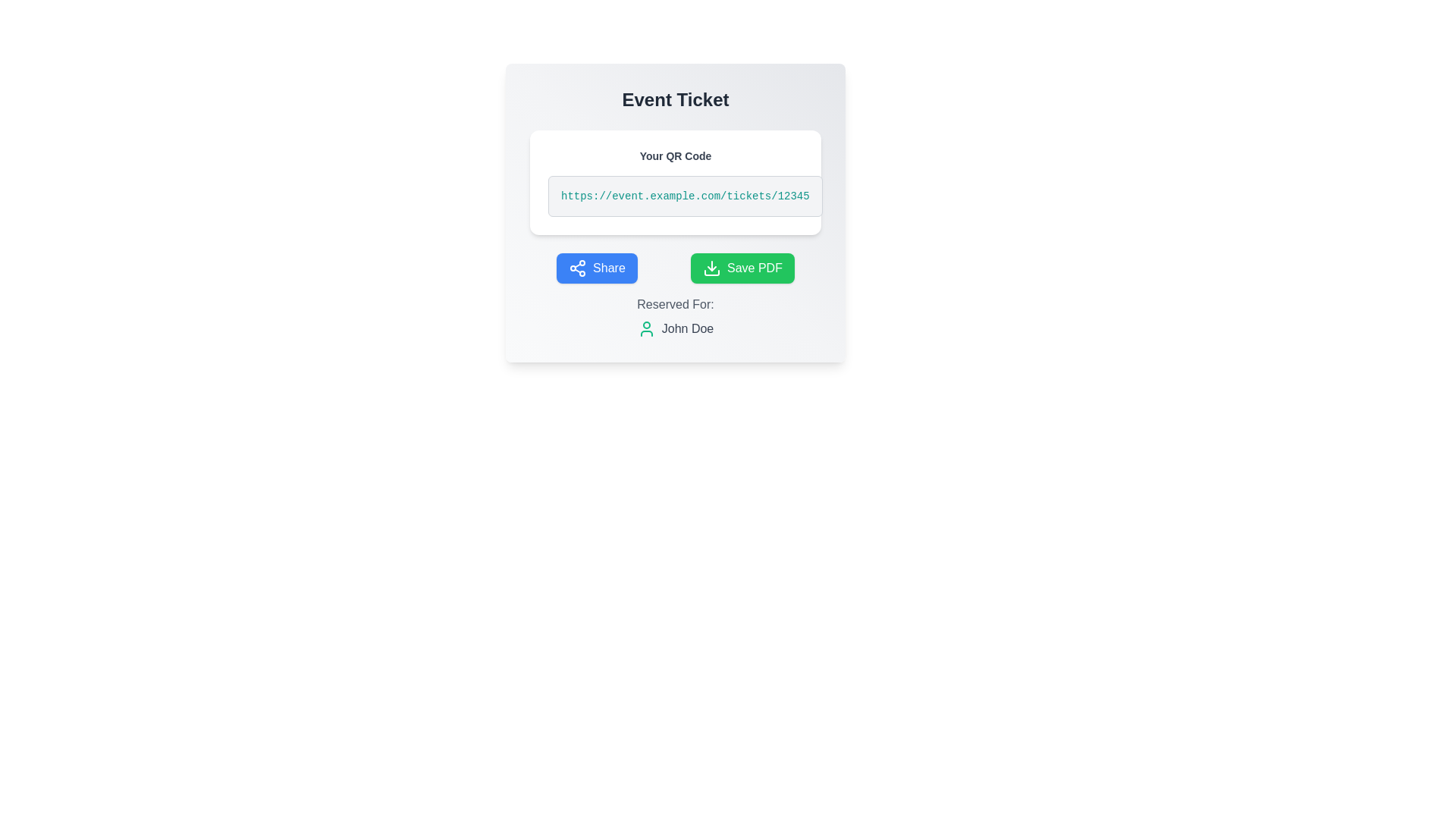 The width and height of the screenshot is (1456, 819). I want to click on the hyperlink 'https://event.example.com/tickets/12345' styled with a light gray background and teal text, so click(684, 195).